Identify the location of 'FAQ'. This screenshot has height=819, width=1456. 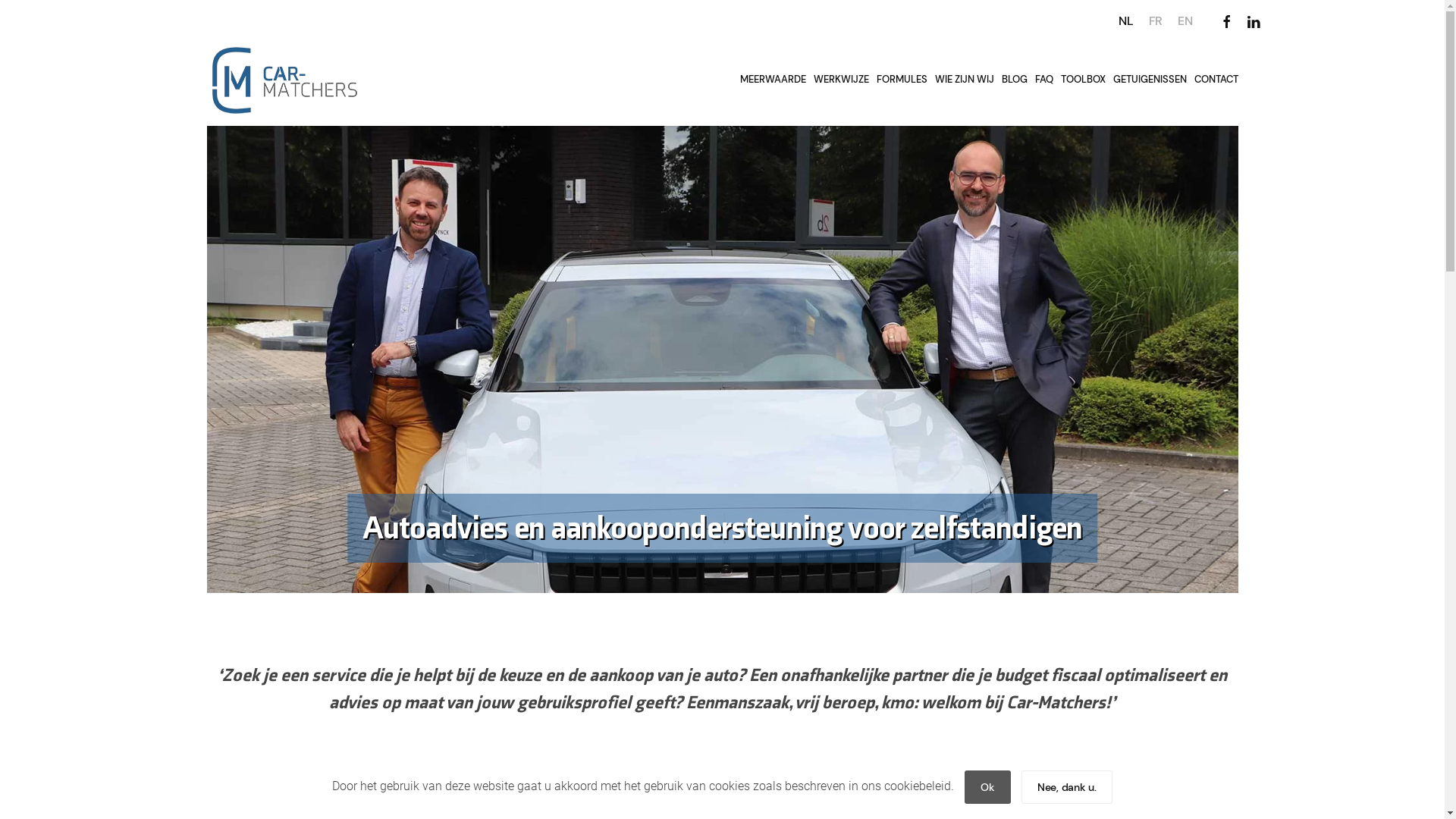
(1043, 80).